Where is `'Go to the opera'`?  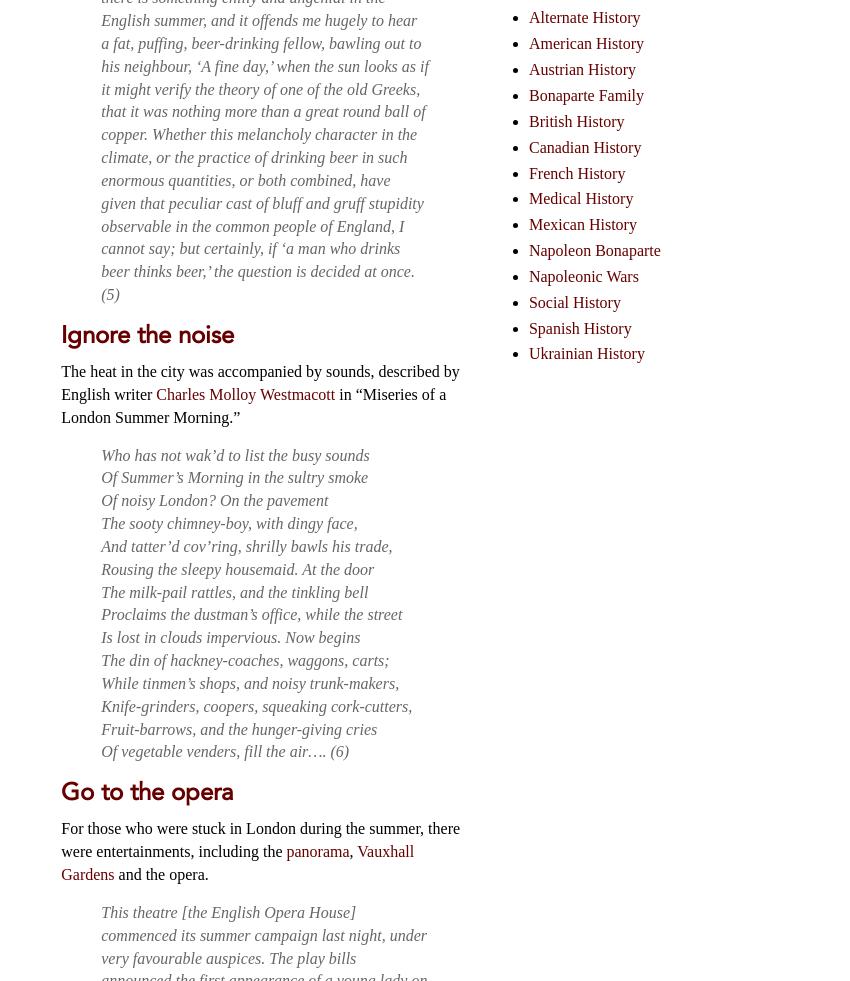 'Go to the opera' is located at coordinates (61, 791).